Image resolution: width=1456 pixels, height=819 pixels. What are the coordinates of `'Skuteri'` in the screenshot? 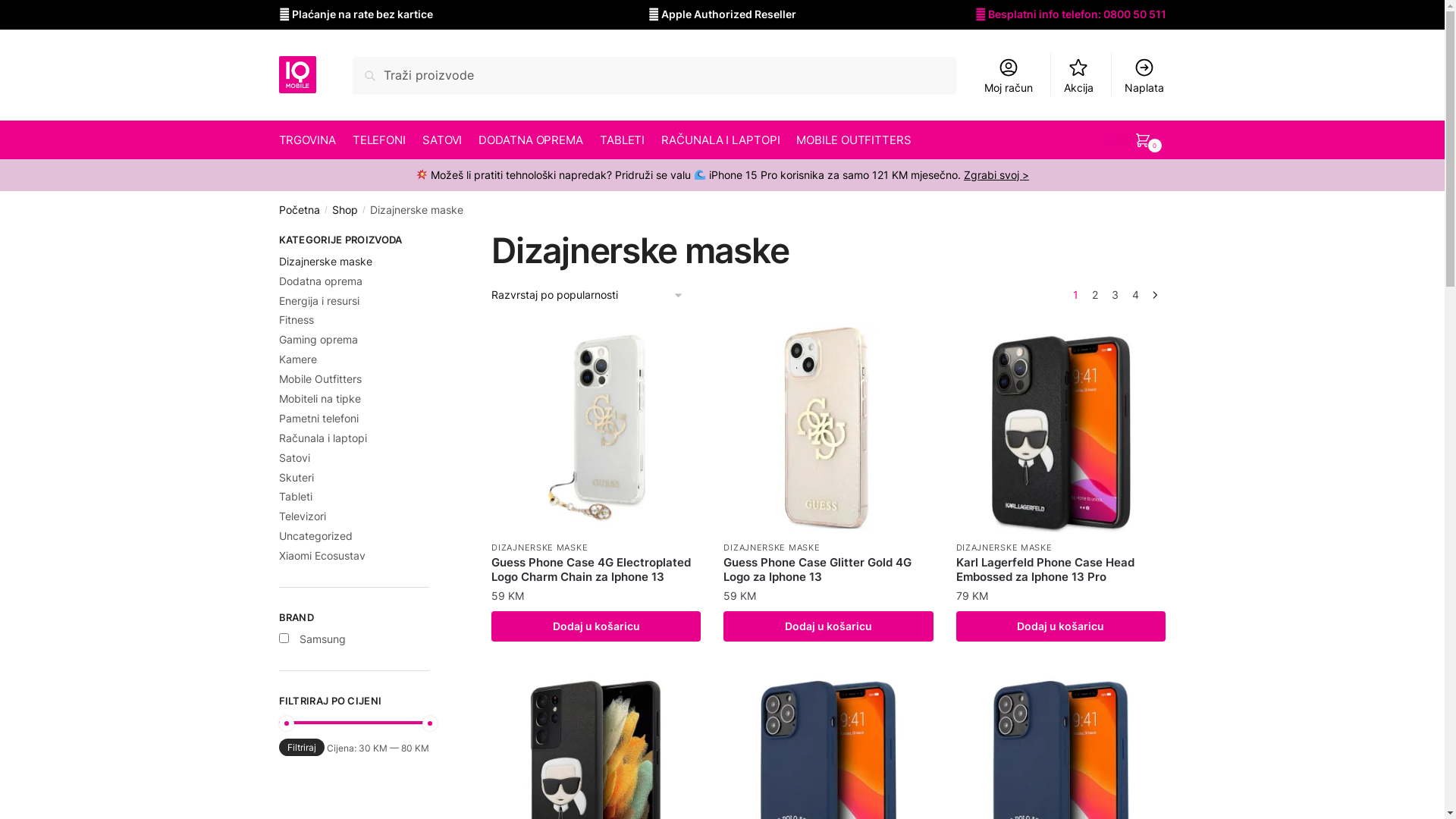 It's located at (296, 476).